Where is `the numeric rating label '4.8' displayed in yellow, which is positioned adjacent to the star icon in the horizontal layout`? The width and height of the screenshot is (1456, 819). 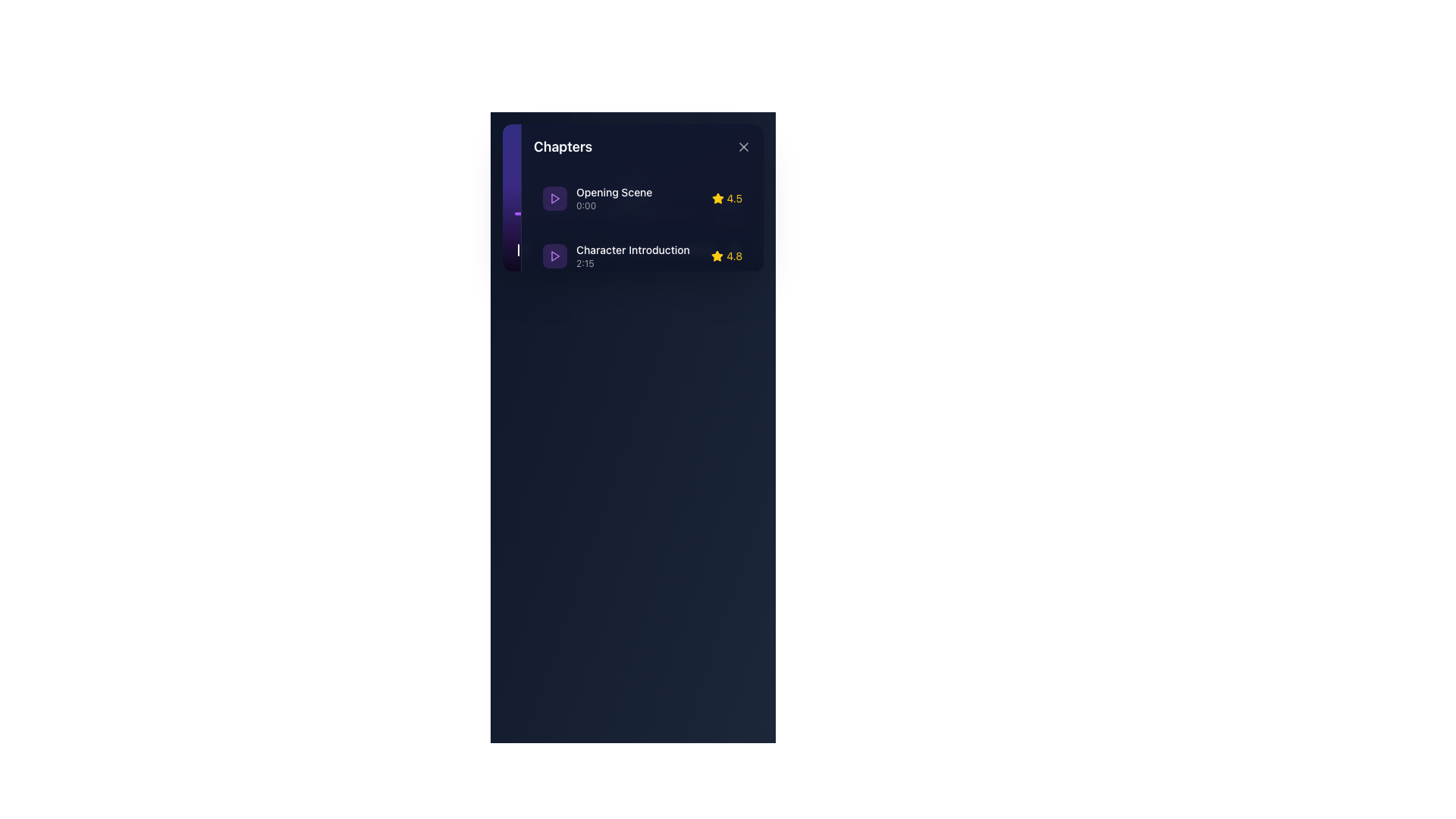 the numeric rating label '4.8' displayed in yellow, which is positioned adjacent to the star icon in the horizontal layout is located at coordinates (734, 256).